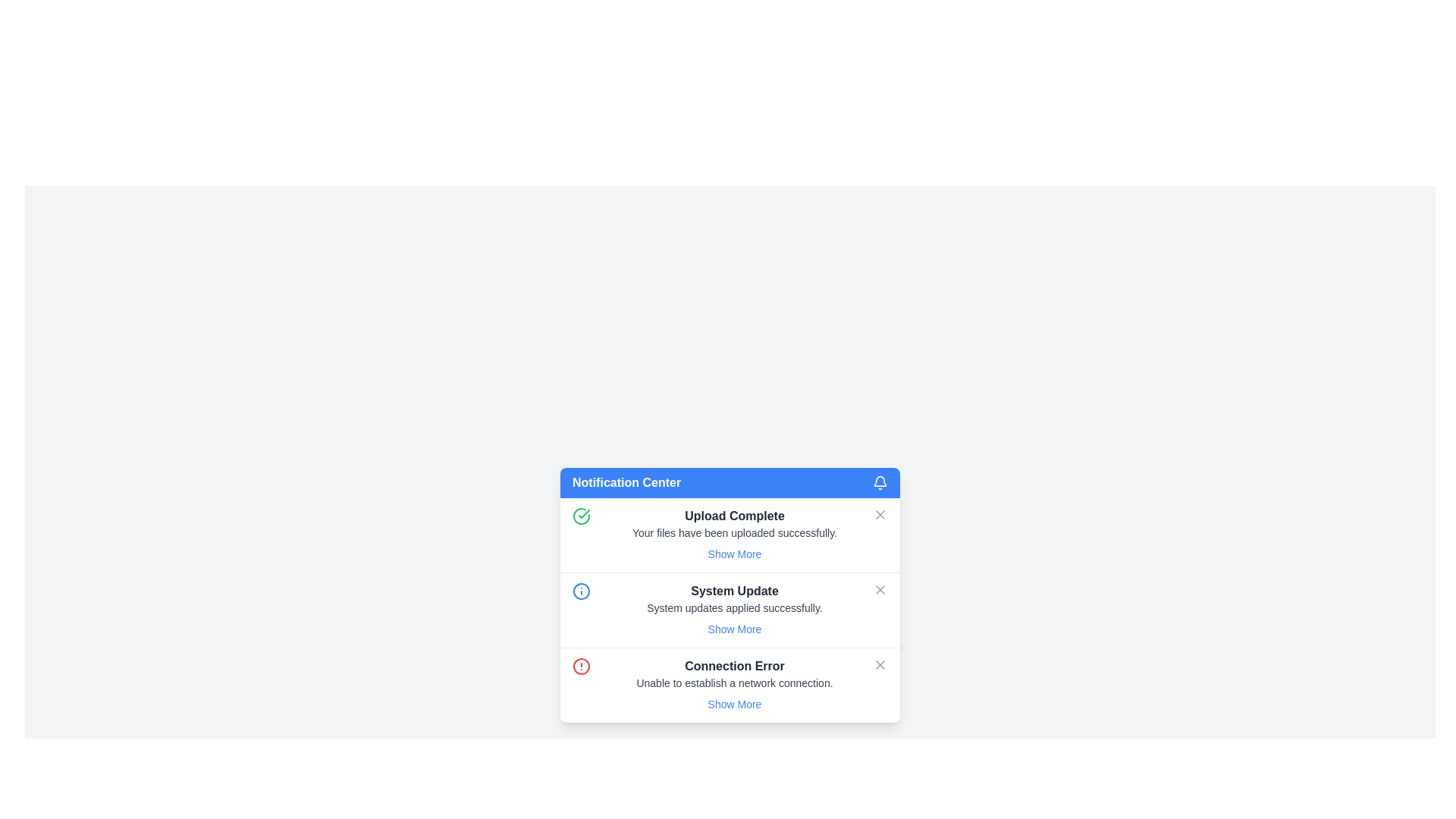 The width and height of the screenshot is (1456, 819). Describe the element at coordinates (880, 513) in the screenshot. I see `the close button located at the top right corner of the 'Upload Complete' notification box` at that location.